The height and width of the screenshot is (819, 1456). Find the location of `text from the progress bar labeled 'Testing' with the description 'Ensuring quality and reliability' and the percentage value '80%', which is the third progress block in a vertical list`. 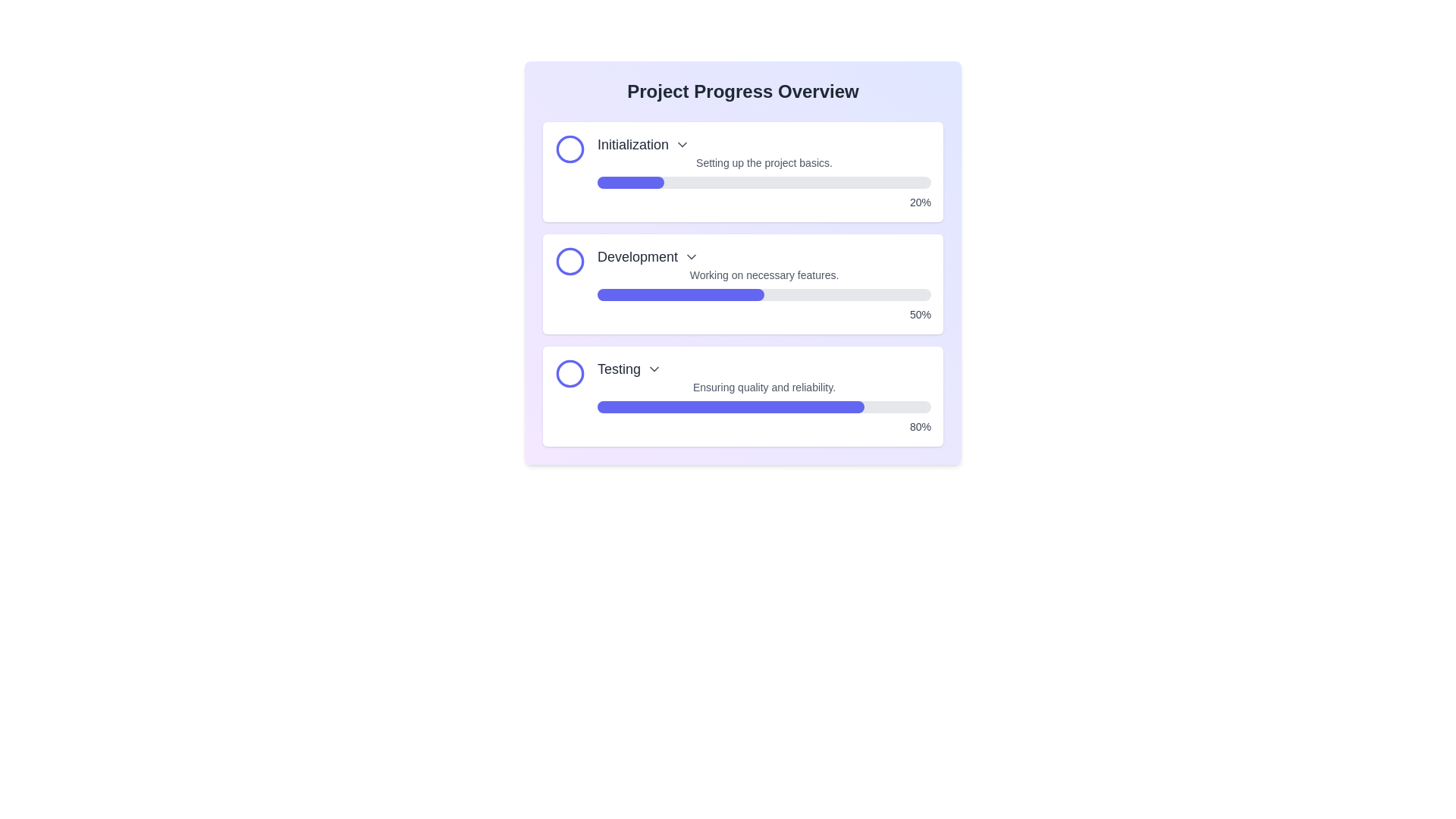

text from the progress bar labeled 'Testing' with the description 'Ensuring quality and reliability' and the percentage value '80%', which is the third progress block in a vertical list is located at coordinates (764, 396).